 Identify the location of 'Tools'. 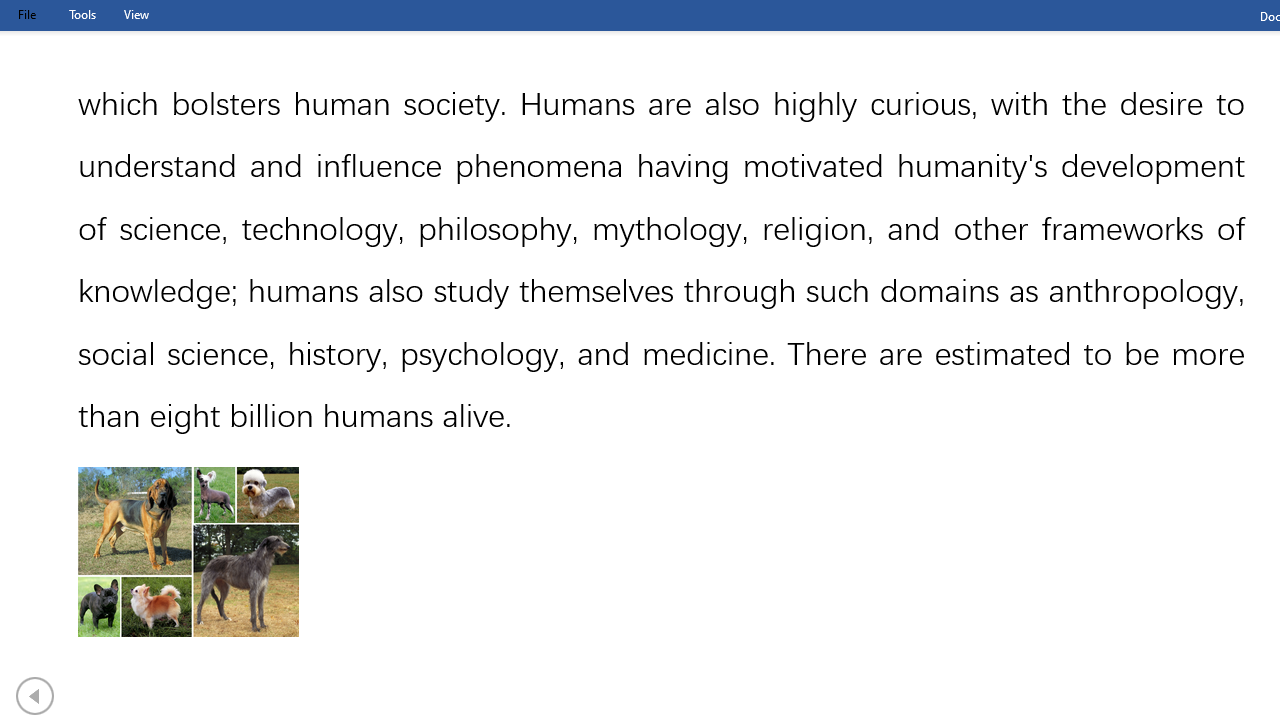
(81, 14).